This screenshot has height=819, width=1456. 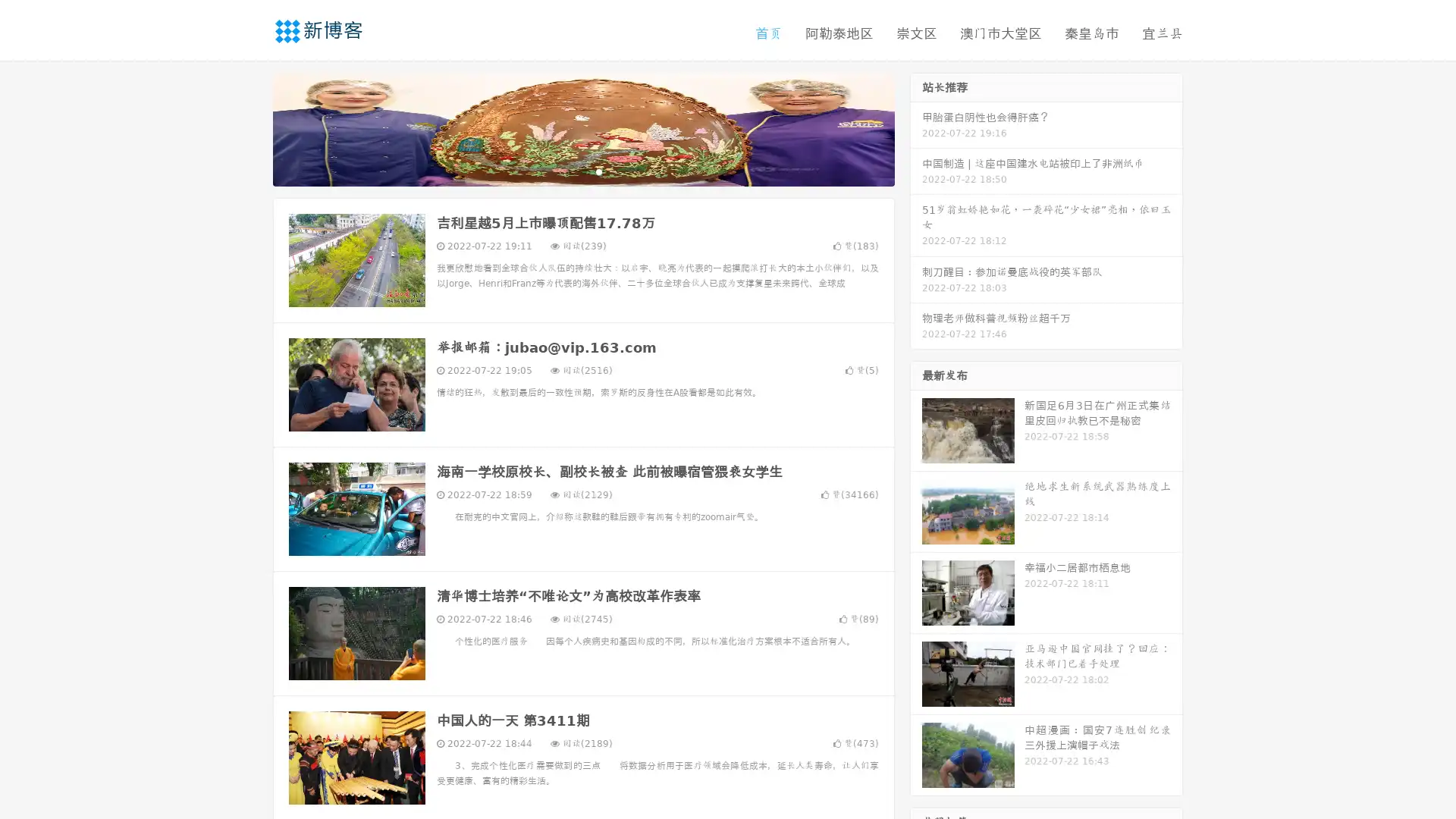 What do you see at coordinates (916, 127) in the screenshot?
I see `Next slide` at bounding box center [916, 127].